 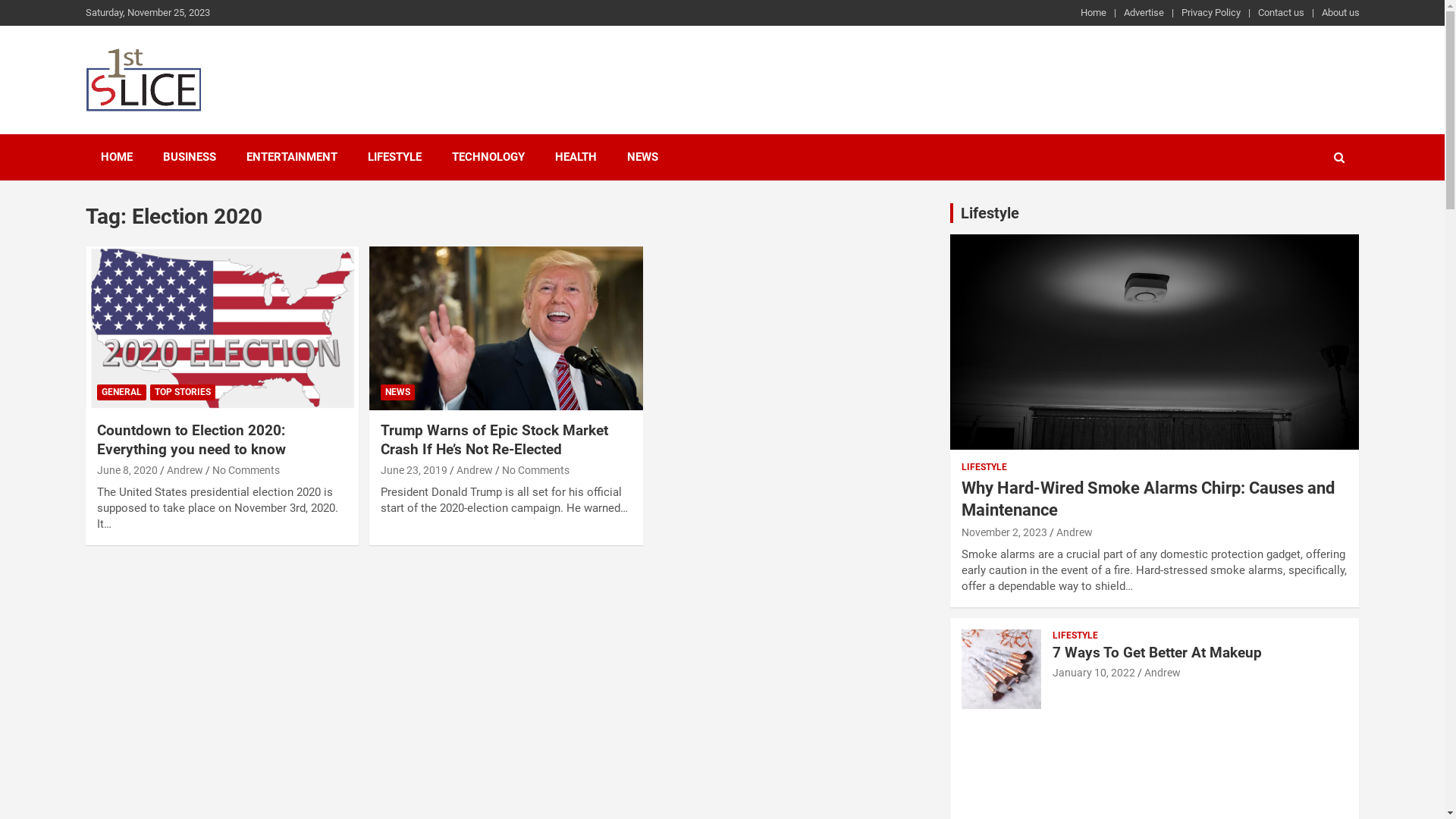 What do you see at coordinates (381, 469) in the screenshot?
I see `'June 23, 2019'` at bounding box center [381, 469].